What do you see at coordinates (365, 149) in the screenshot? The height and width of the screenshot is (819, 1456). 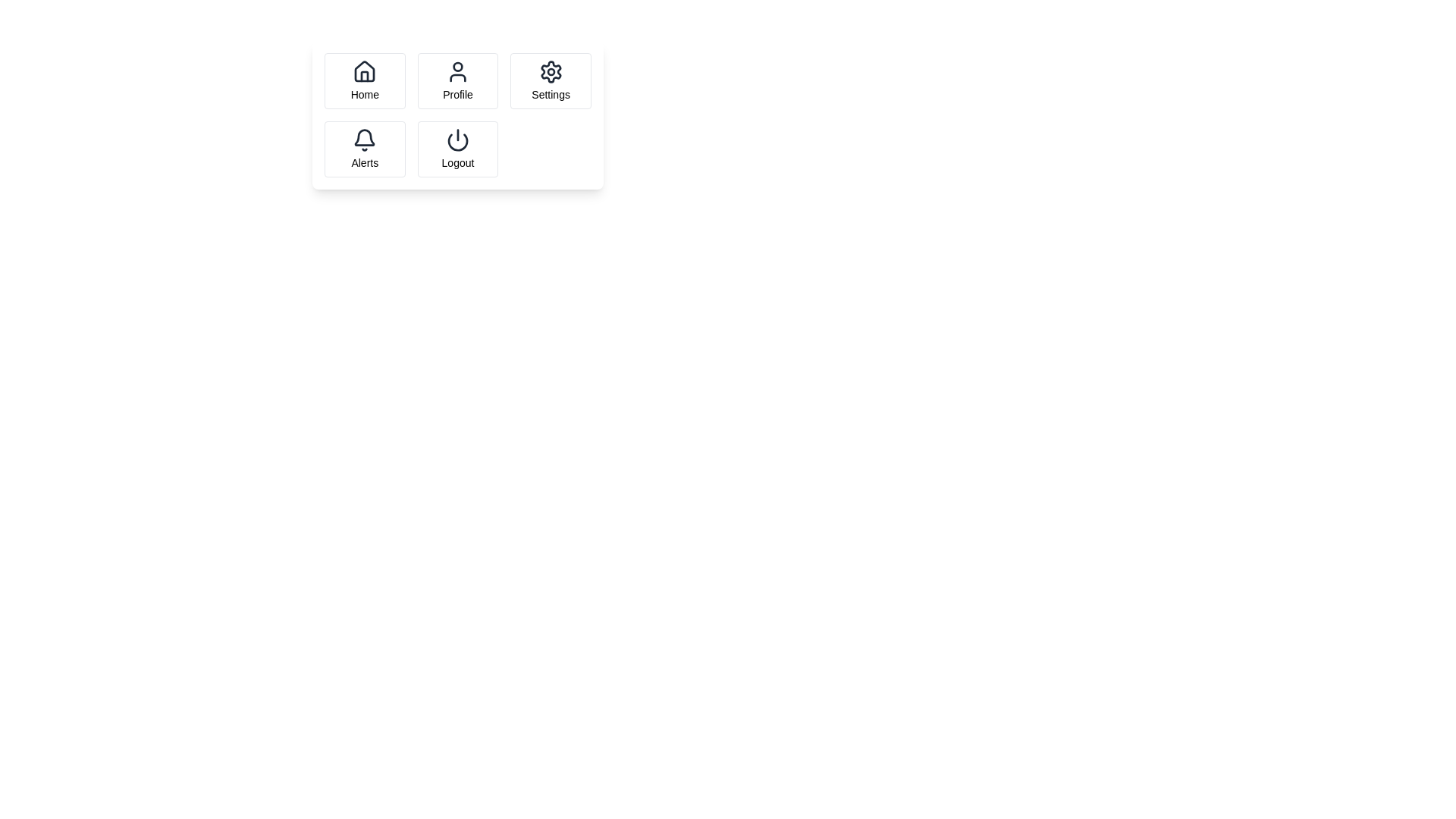 I see `the Button with an icon and text located in the bottom-left corner of the grid, which navigates to the notifications or alerts section` at bounding box center [365, 149].